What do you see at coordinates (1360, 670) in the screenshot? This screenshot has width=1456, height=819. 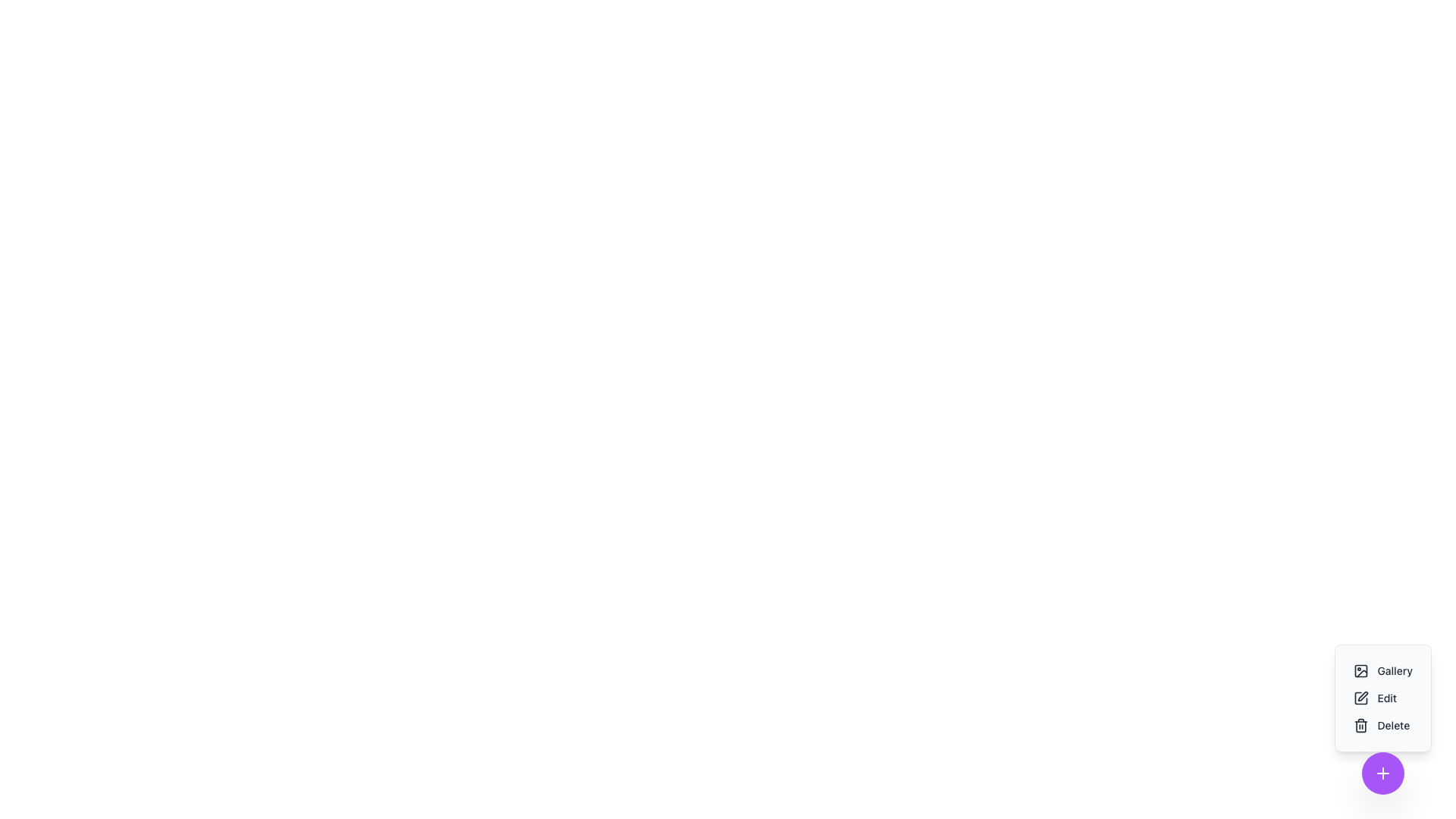 I see `the 'Gallery' icon, which is visually represented in the menu at the topmost position, aligned to the left of the text label 'Gallery'` at bounding box center [1360, 670].